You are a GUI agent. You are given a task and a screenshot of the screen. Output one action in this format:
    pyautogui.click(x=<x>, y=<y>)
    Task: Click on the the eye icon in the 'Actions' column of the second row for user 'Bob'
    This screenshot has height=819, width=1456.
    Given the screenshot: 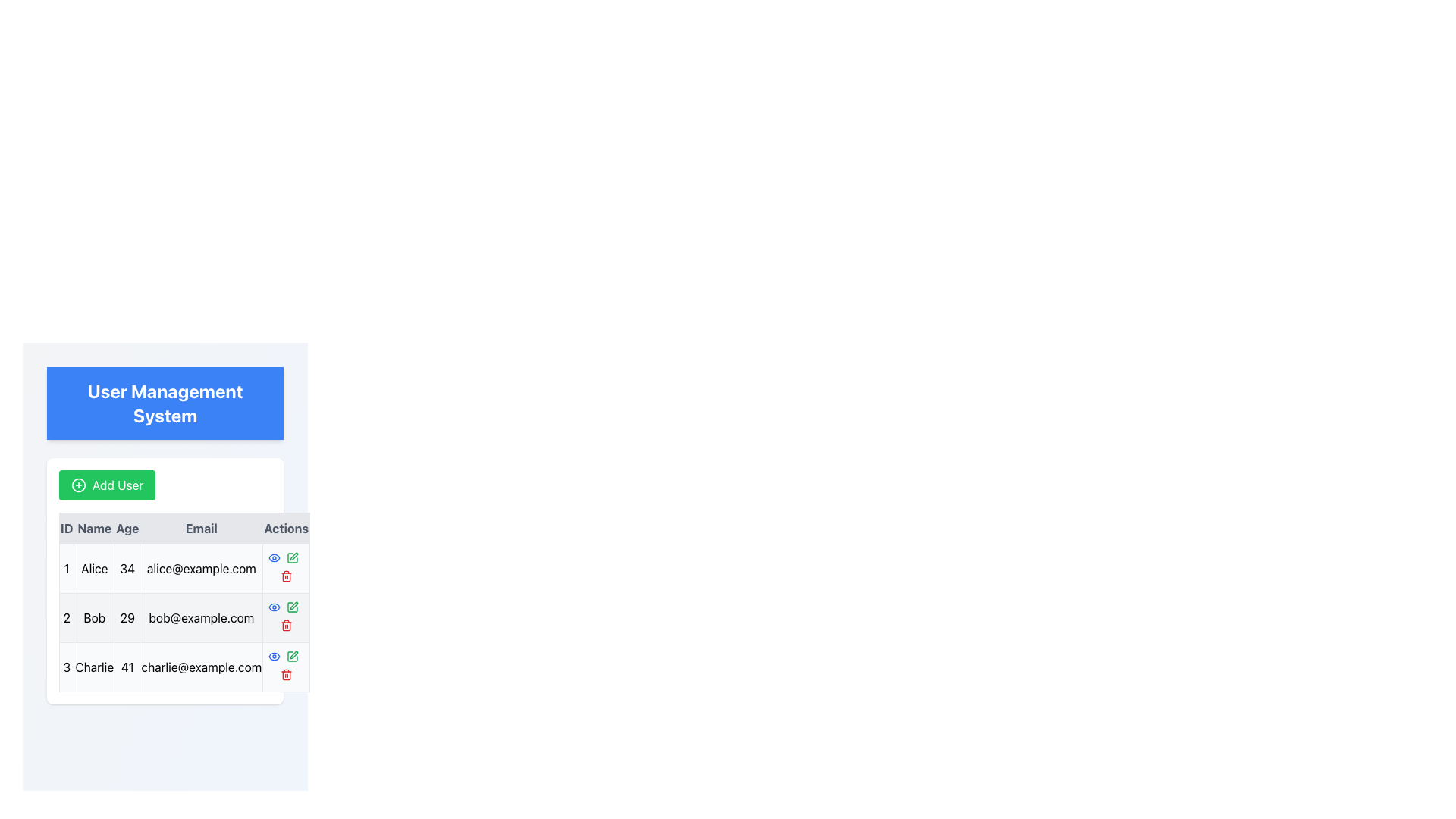 What is the action you would take?
    pyautogui.click(x=274, y=558)
    